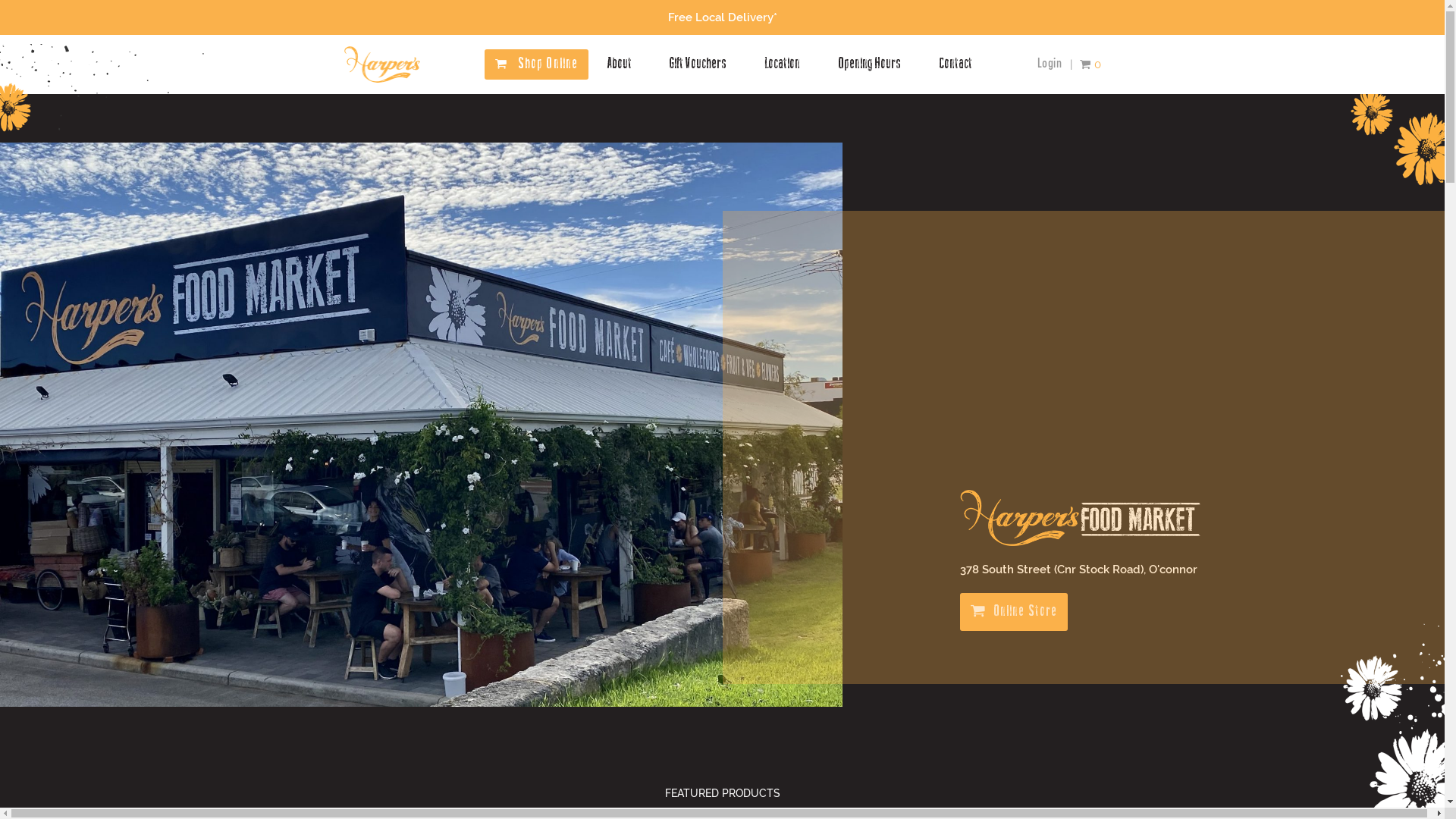 The image size is (1456, 819). What do you see at coordinates (1049, 63) in the screenshot?
I see `'Login'` at bounding box center [1049, 63].